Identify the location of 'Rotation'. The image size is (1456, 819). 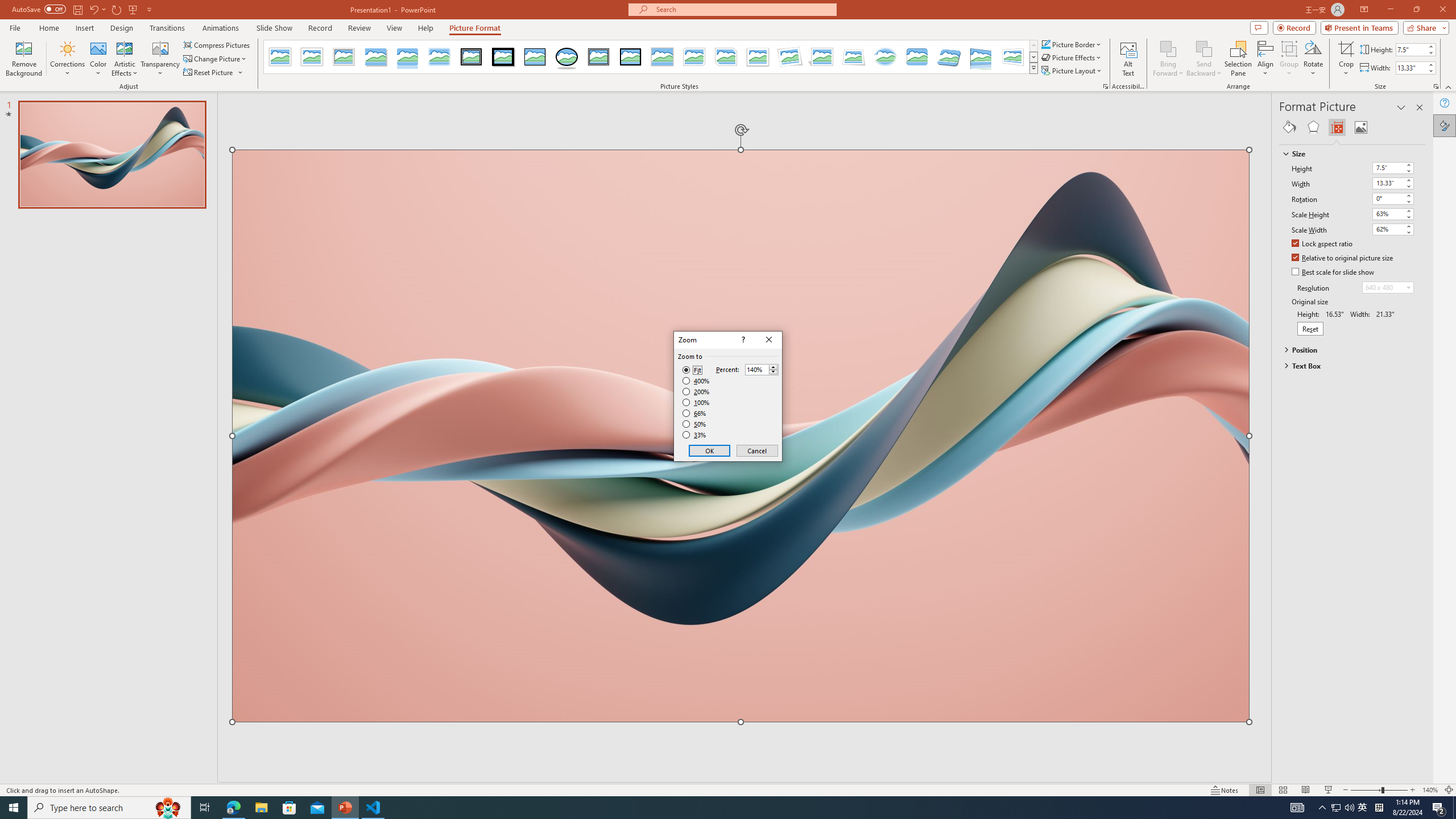
(1393, 198).